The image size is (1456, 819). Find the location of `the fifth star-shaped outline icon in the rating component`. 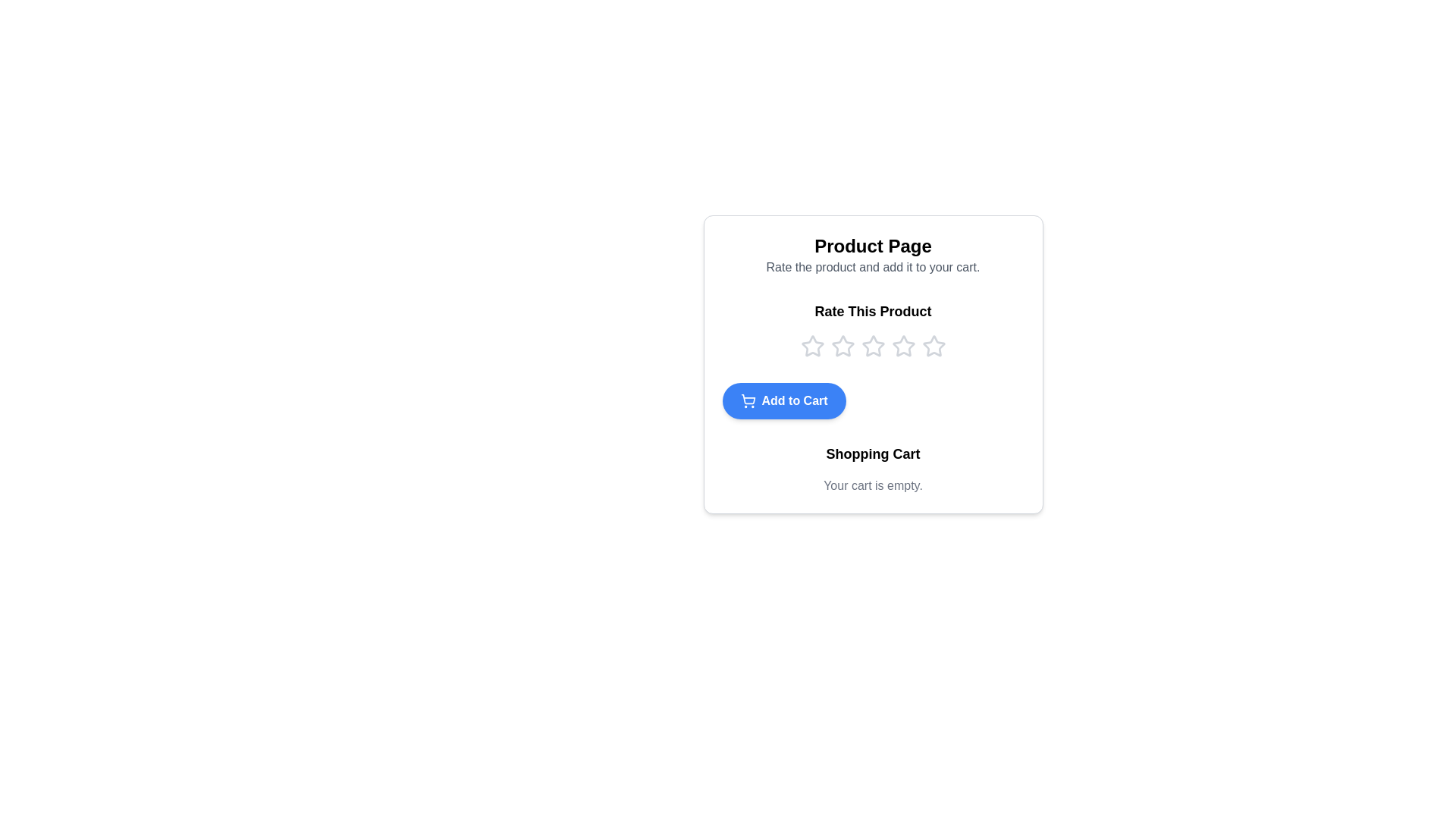

the fifth star-shaped outline icon in the rating component is located at coordinates (932, 345).